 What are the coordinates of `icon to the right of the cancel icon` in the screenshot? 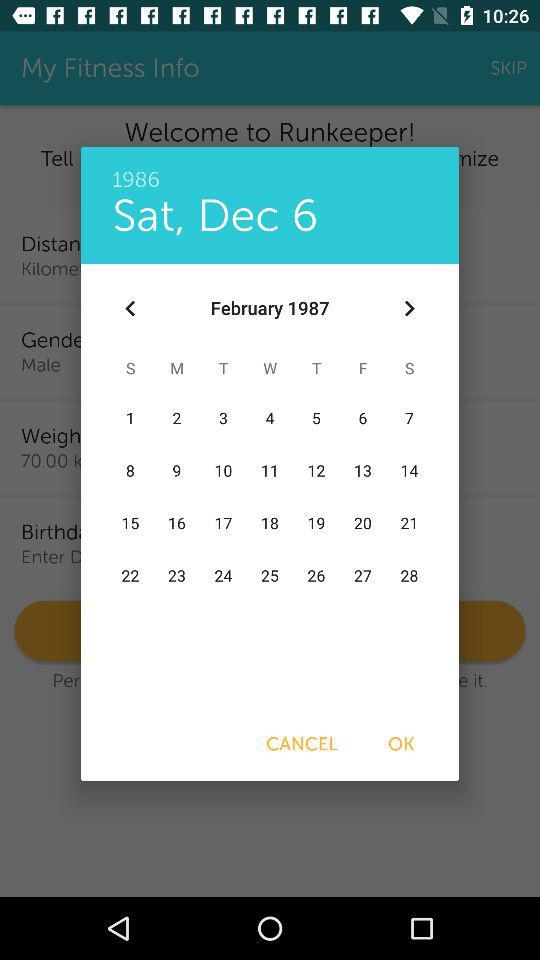 It's located at (401, 743).